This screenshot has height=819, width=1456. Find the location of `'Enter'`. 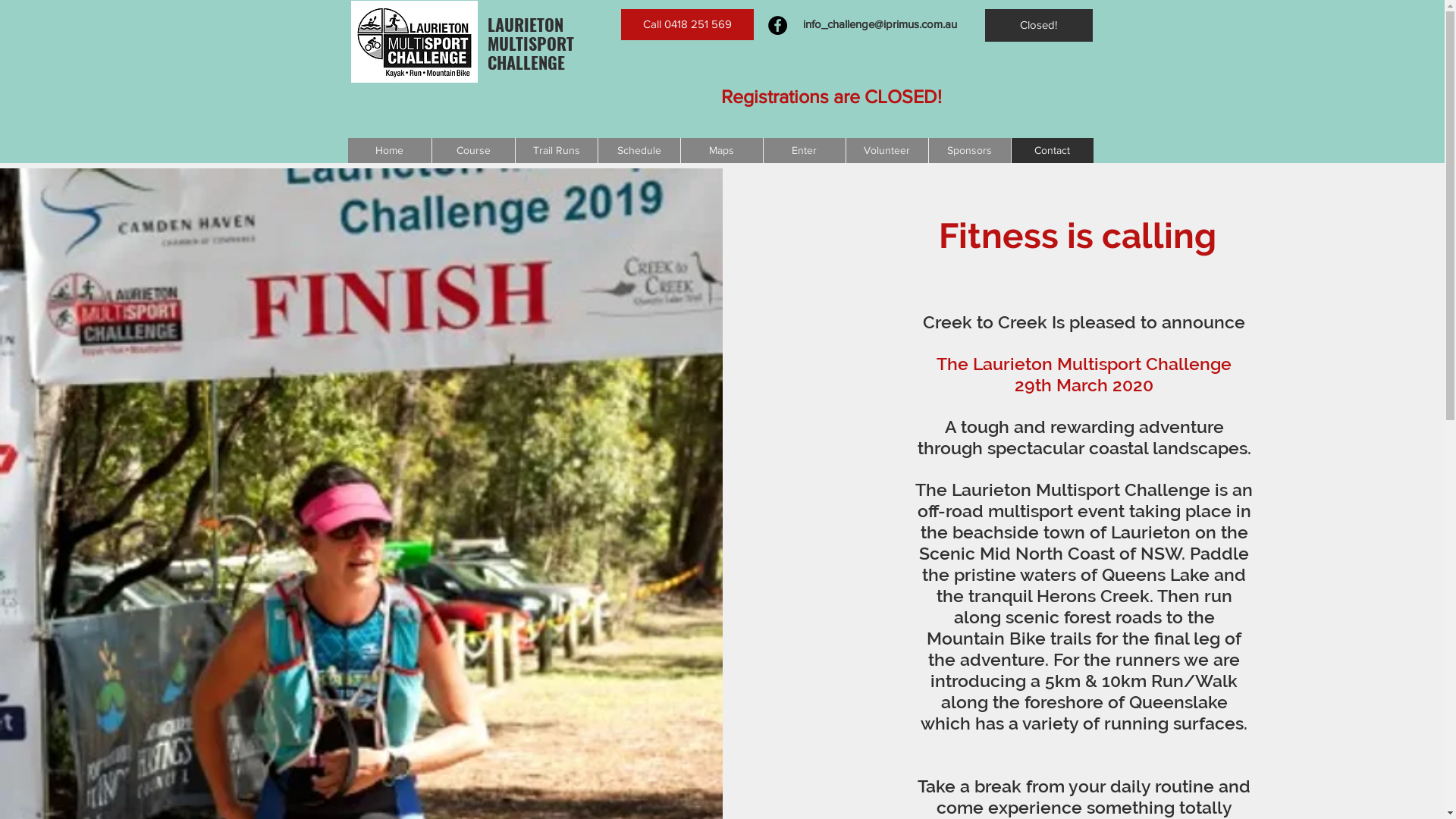

'Enter' is located at coordinates (763, 150).